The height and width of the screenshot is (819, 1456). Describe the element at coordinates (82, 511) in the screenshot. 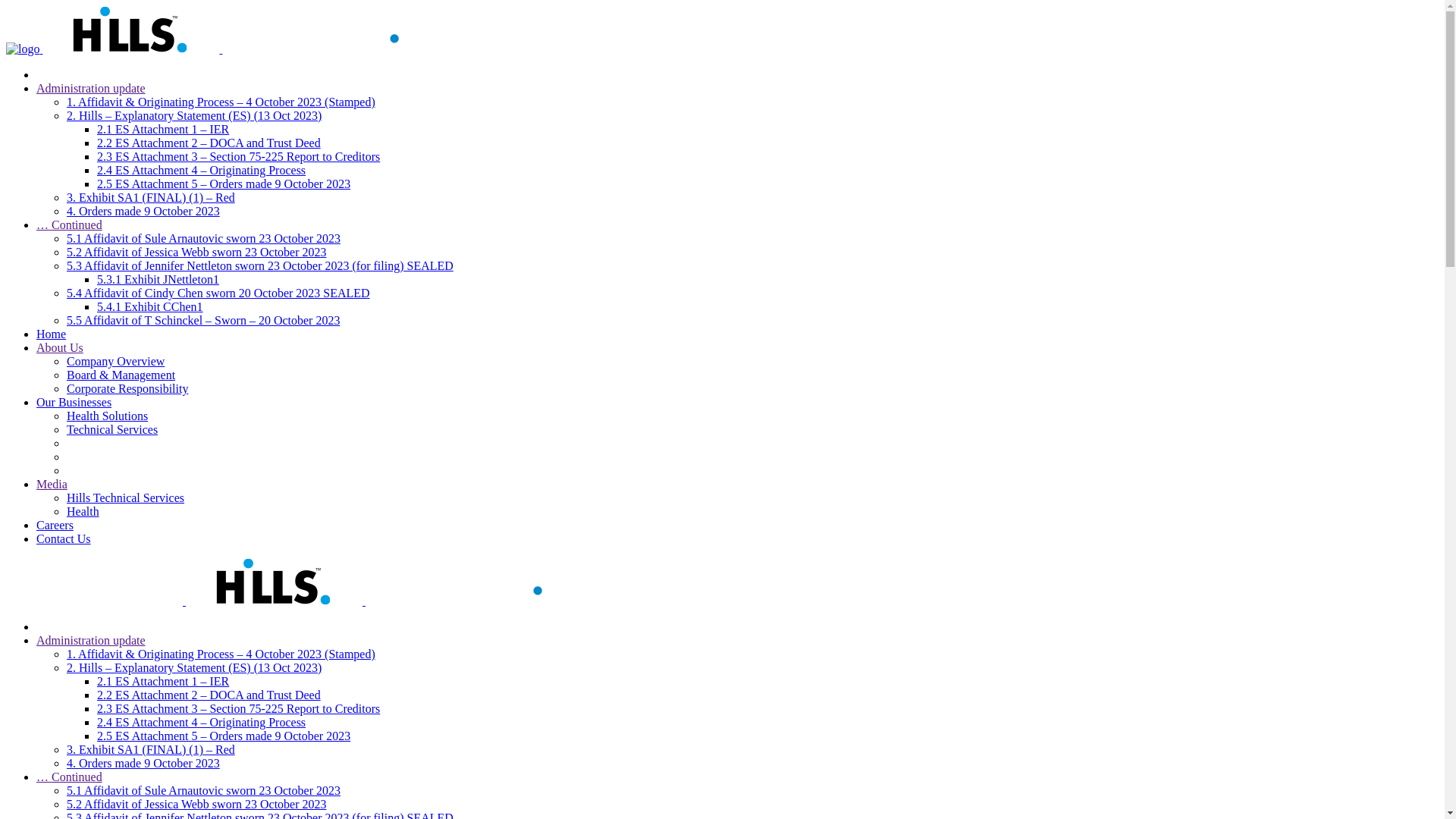

I see `'Health'` at that location.